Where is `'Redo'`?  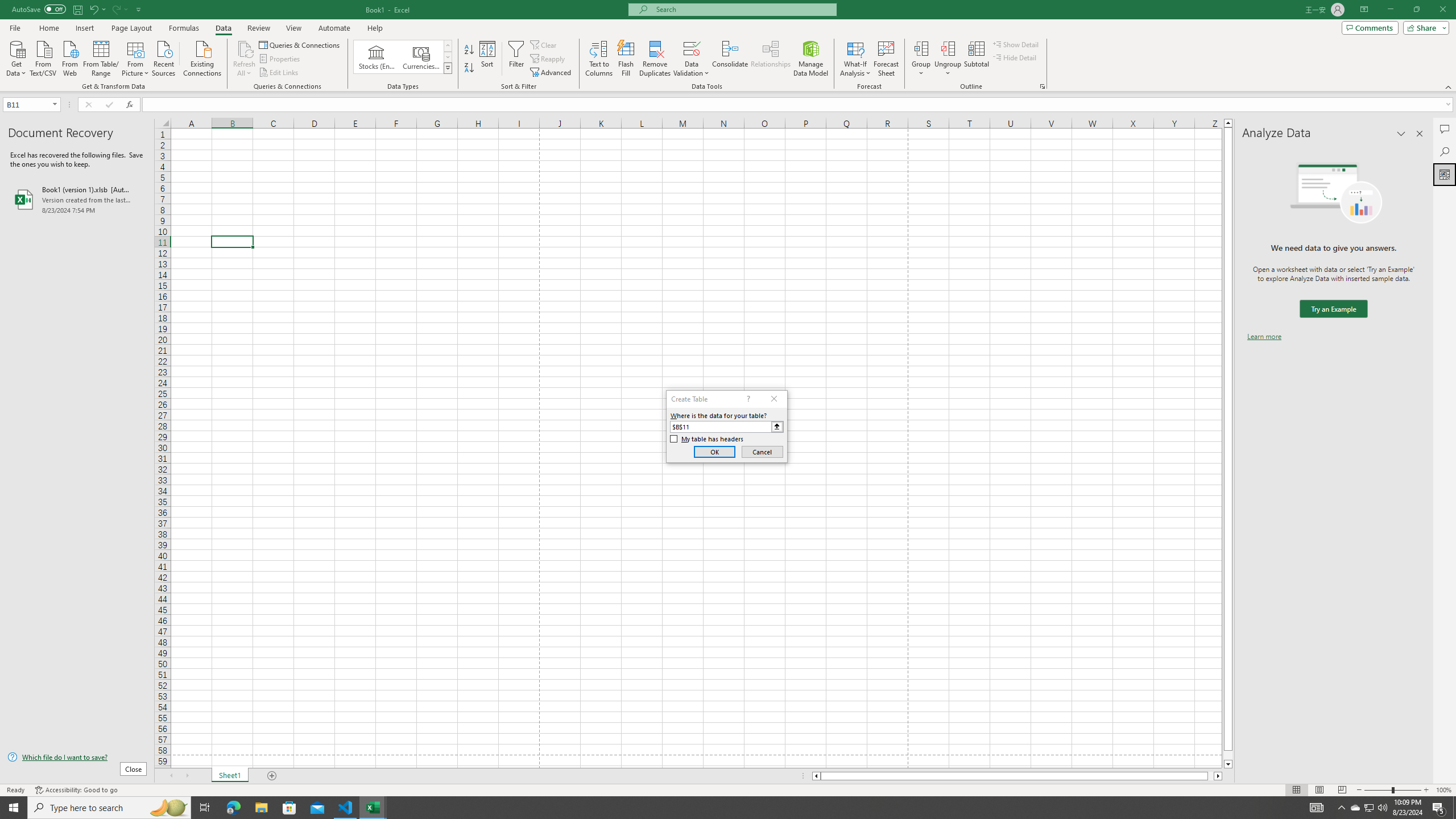 'Redo' is located at coordinates (118, 9).